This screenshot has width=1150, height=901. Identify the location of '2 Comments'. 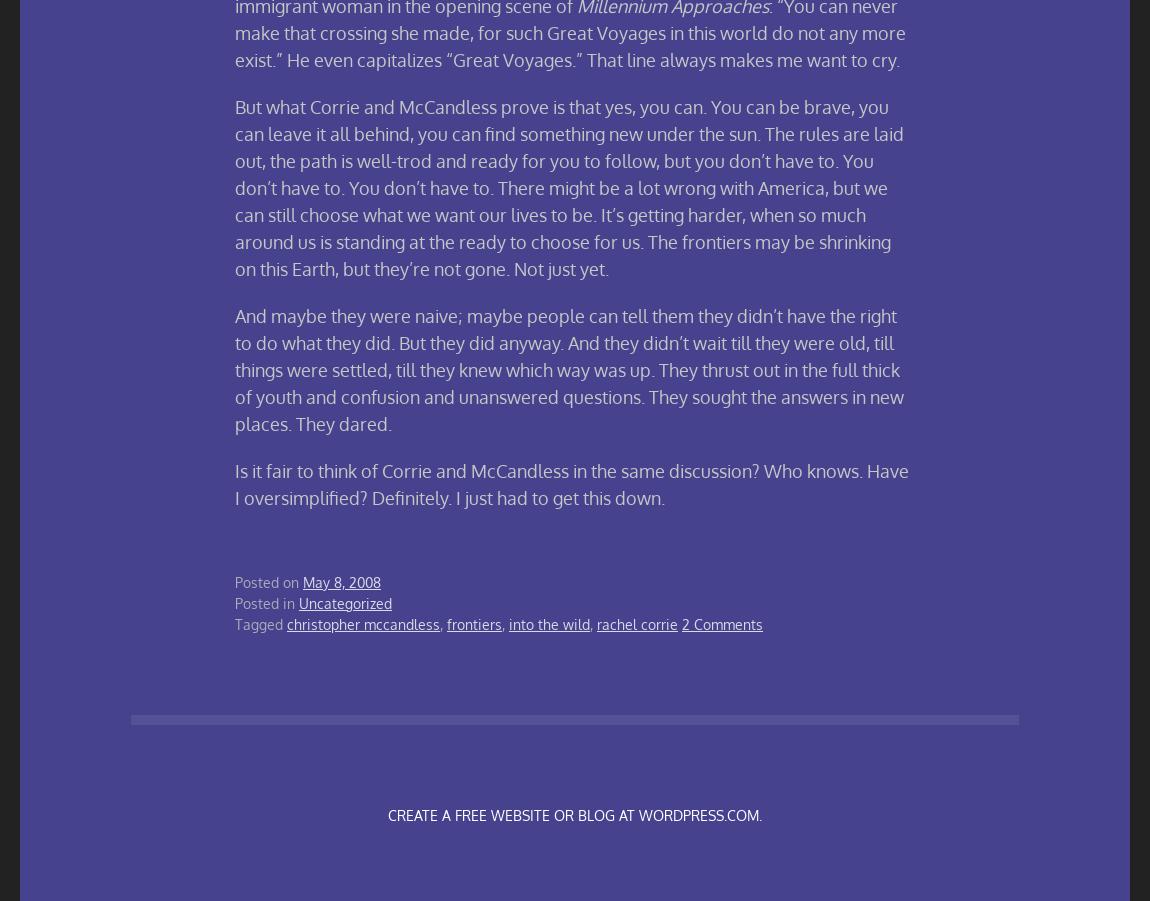
(721, 623).